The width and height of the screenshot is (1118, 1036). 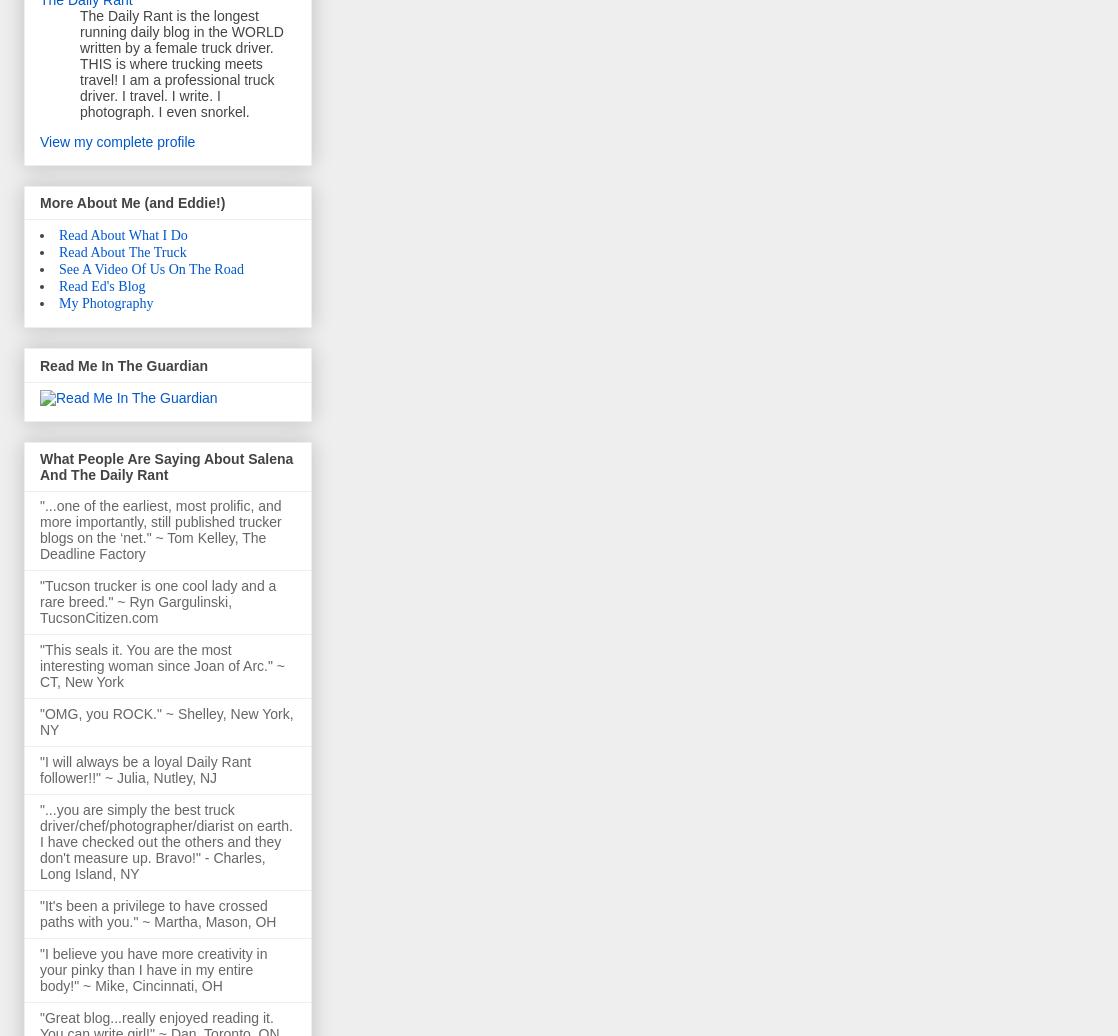 What do you see at coordinates (153, 970) in the screenshot?
I see `'"I believe you have more creativity in your pinky than I have in my entire body!" ~ Mike, Cincinnati, OH'` at bounding box center [153, 970].